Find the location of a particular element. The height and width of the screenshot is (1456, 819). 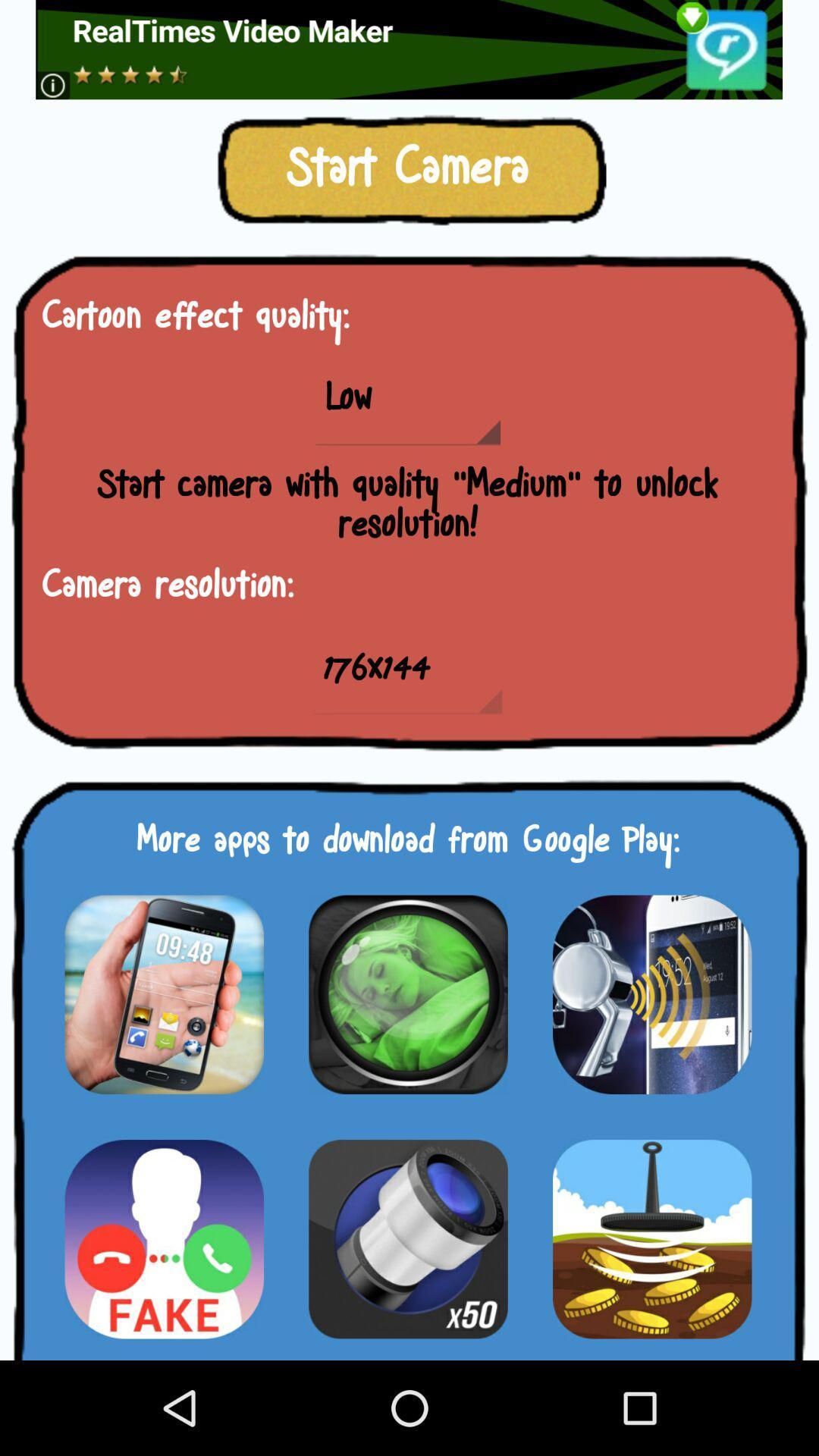

click camera lens is located at coordinates (407, 994).